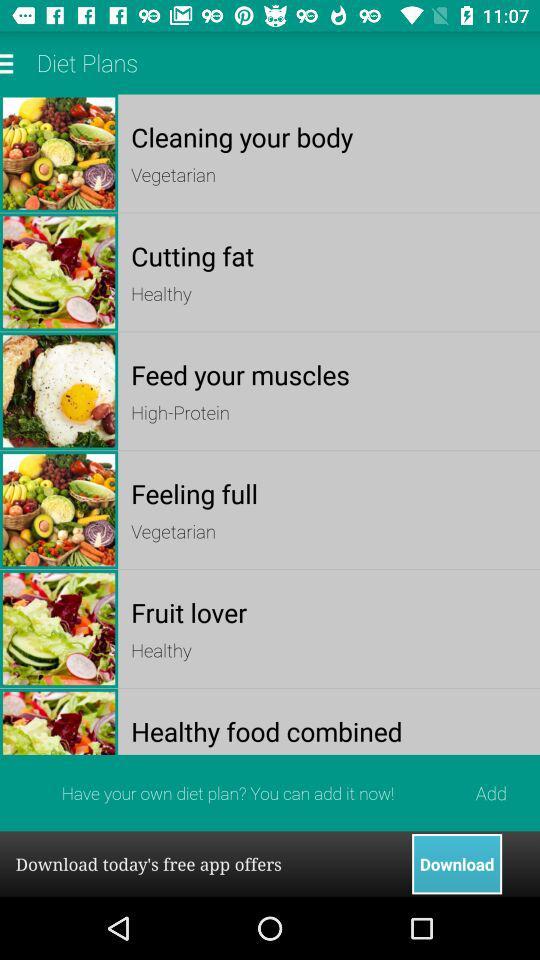 This screenshot has height=960, width=540. I want to click on fruit lover app, so click(329, 611).